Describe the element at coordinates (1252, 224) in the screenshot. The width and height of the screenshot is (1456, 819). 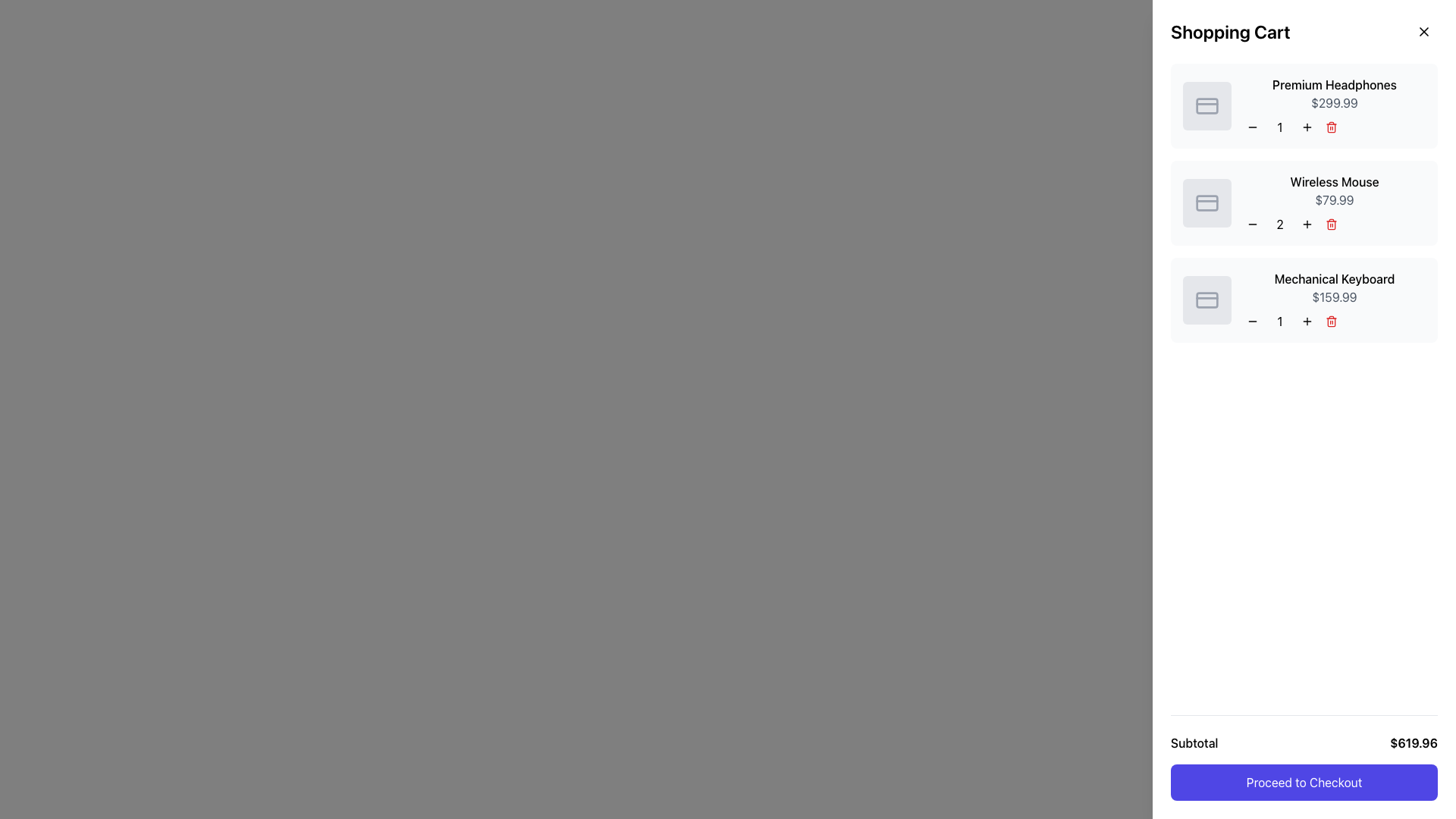
I see `the circular button with a minus symbol located to the left of the number '2' for the item 'Wireless Mouse'` at that location.